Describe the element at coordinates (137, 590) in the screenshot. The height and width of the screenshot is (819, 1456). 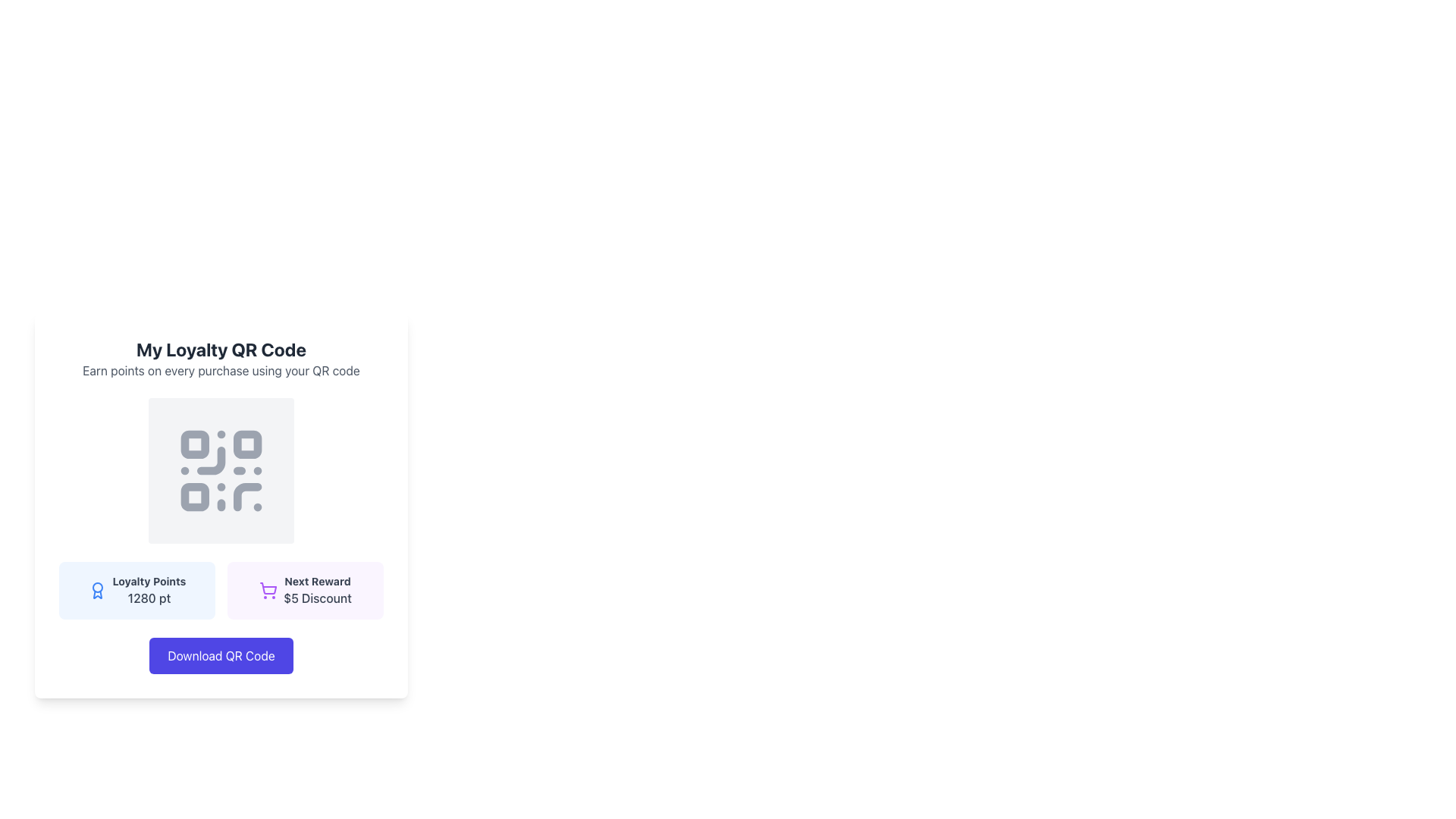
I see `the informational card displaying the user's current loyalty points status, located in the lower left quadrant of the card layout` at that location.